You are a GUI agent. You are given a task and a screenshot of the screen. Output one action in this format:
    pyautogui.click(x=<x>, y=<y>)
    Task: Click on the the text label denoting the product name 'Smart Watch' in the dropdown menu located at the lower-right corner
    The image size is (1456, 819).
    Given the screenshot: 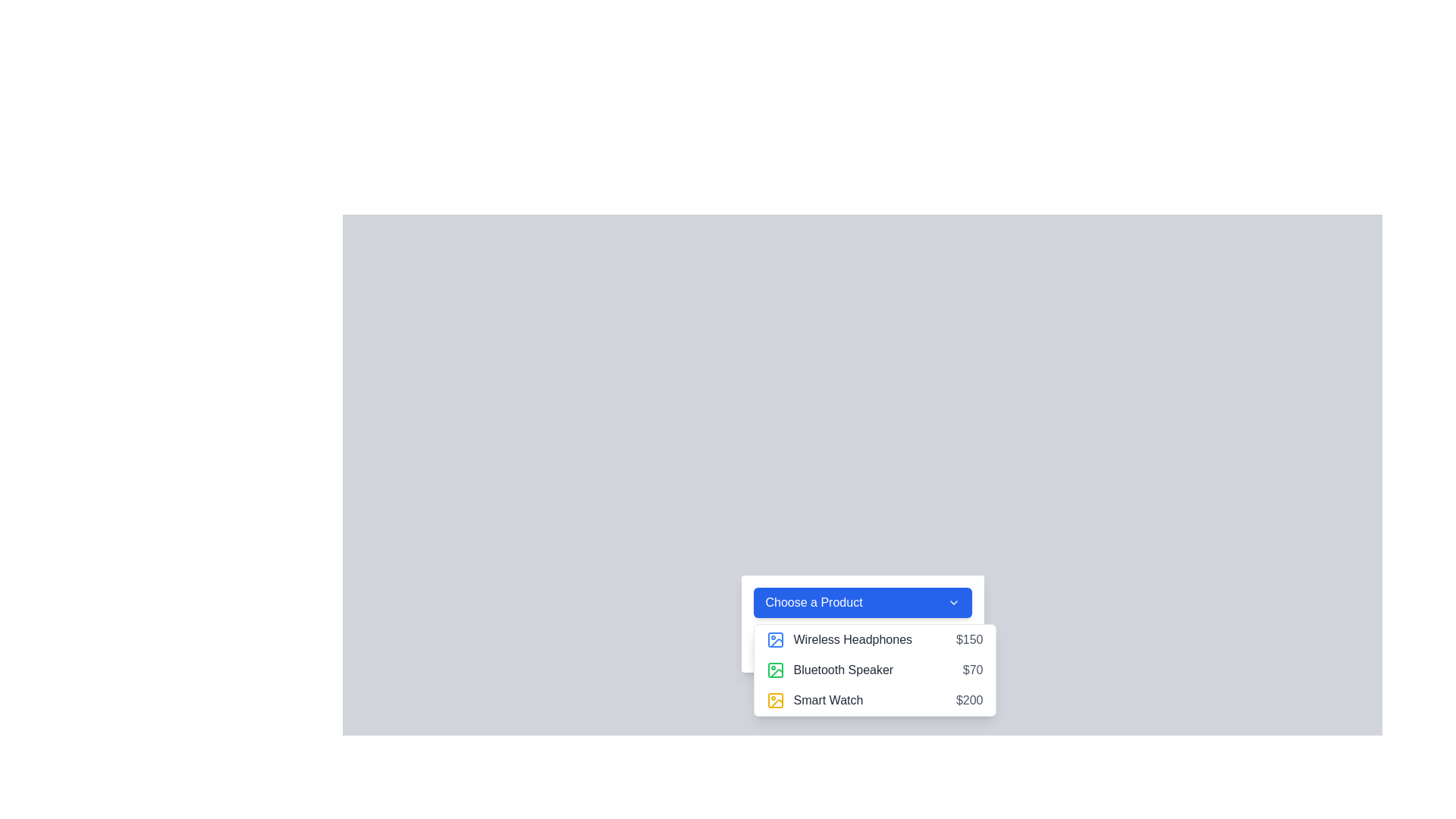 What is the action you would take?
    pyautogui.click(x=827, y=701)
    